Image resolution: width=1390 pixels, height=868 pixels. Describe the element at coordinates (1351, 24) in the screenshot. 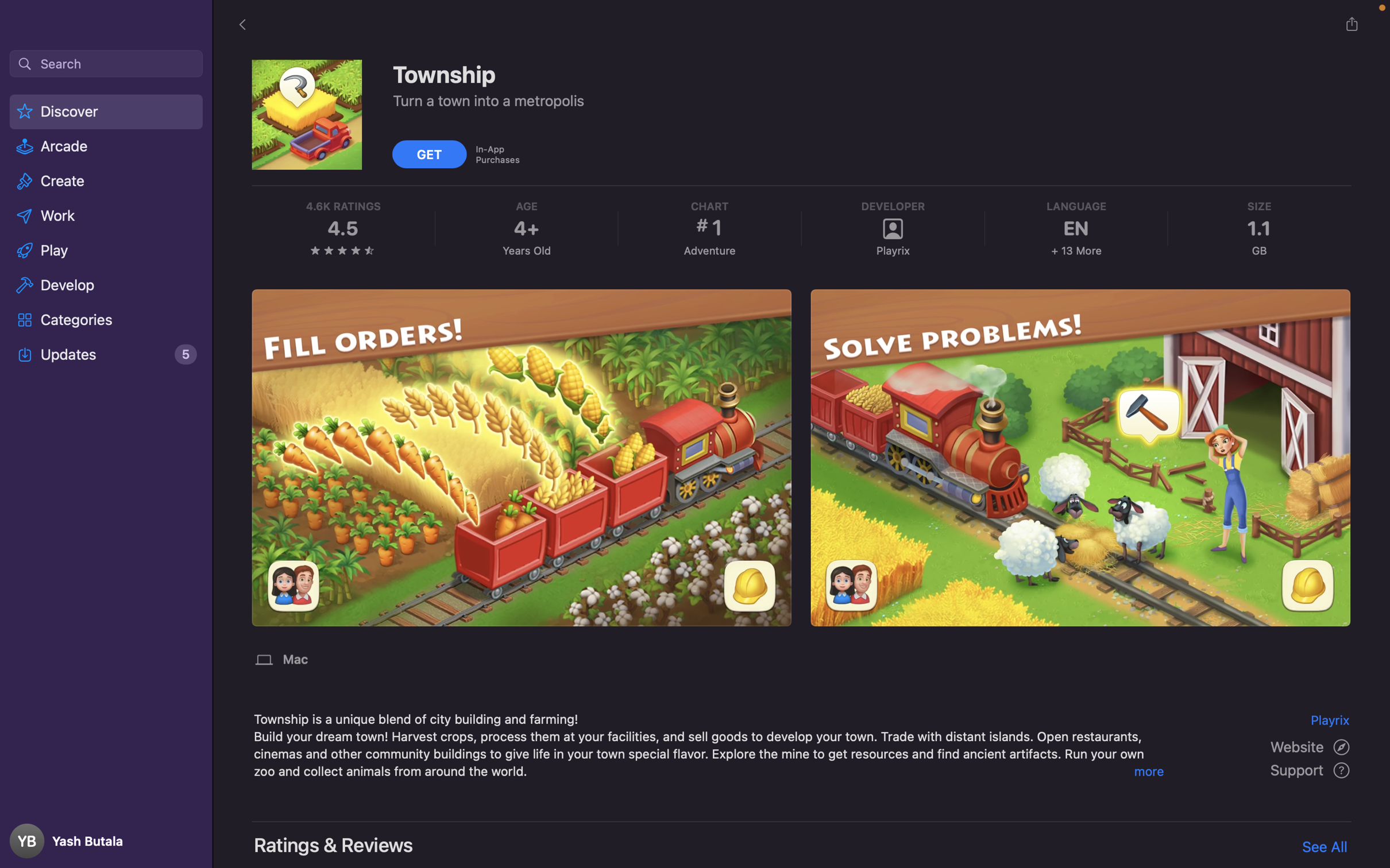

I see `To share the application on Facebook, click on the "share" button and select the "Facebook" platform` at that location.